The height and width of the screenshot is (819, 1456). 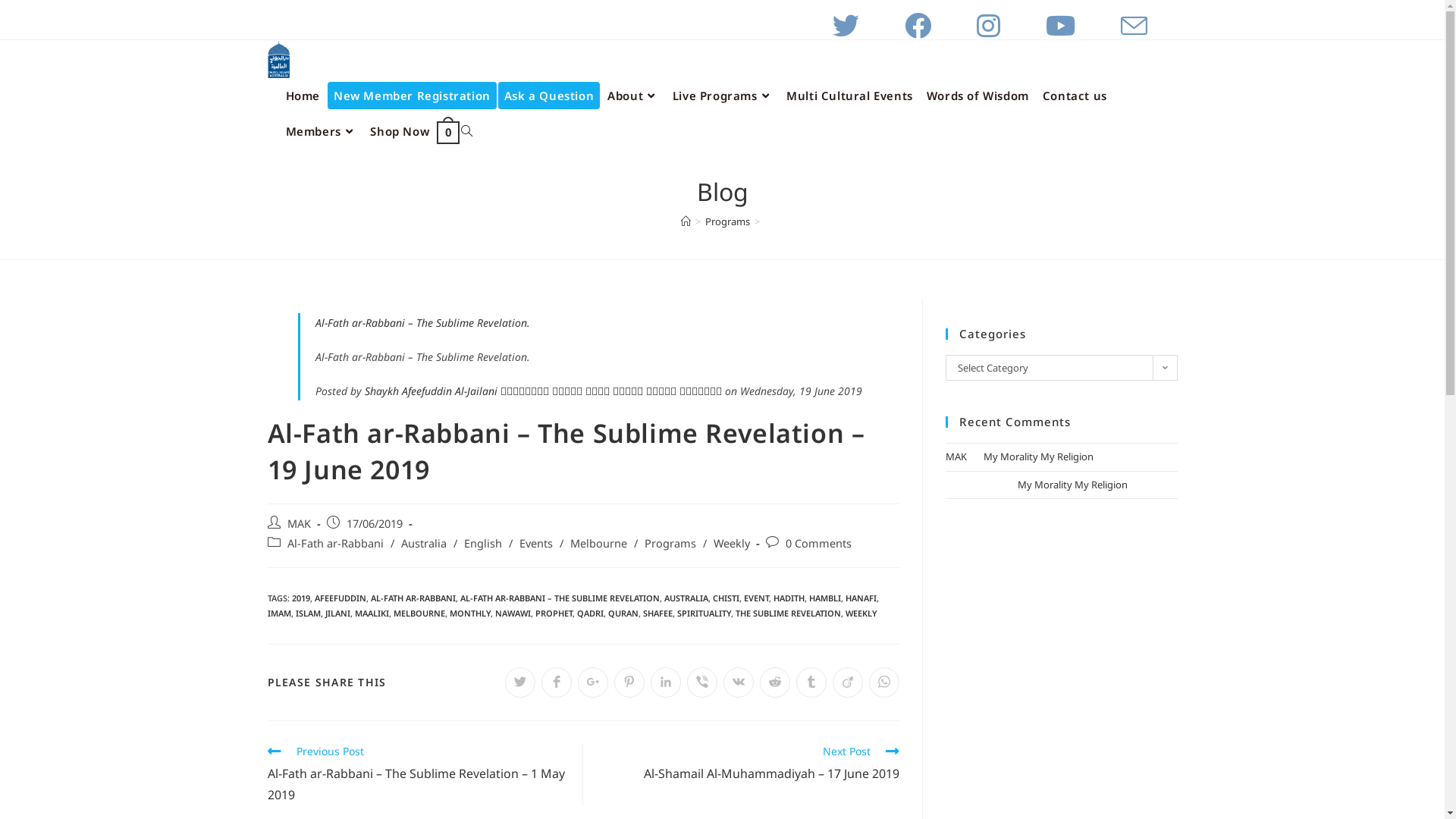 I want to click on 'Australia', so click(x=422, y=542).